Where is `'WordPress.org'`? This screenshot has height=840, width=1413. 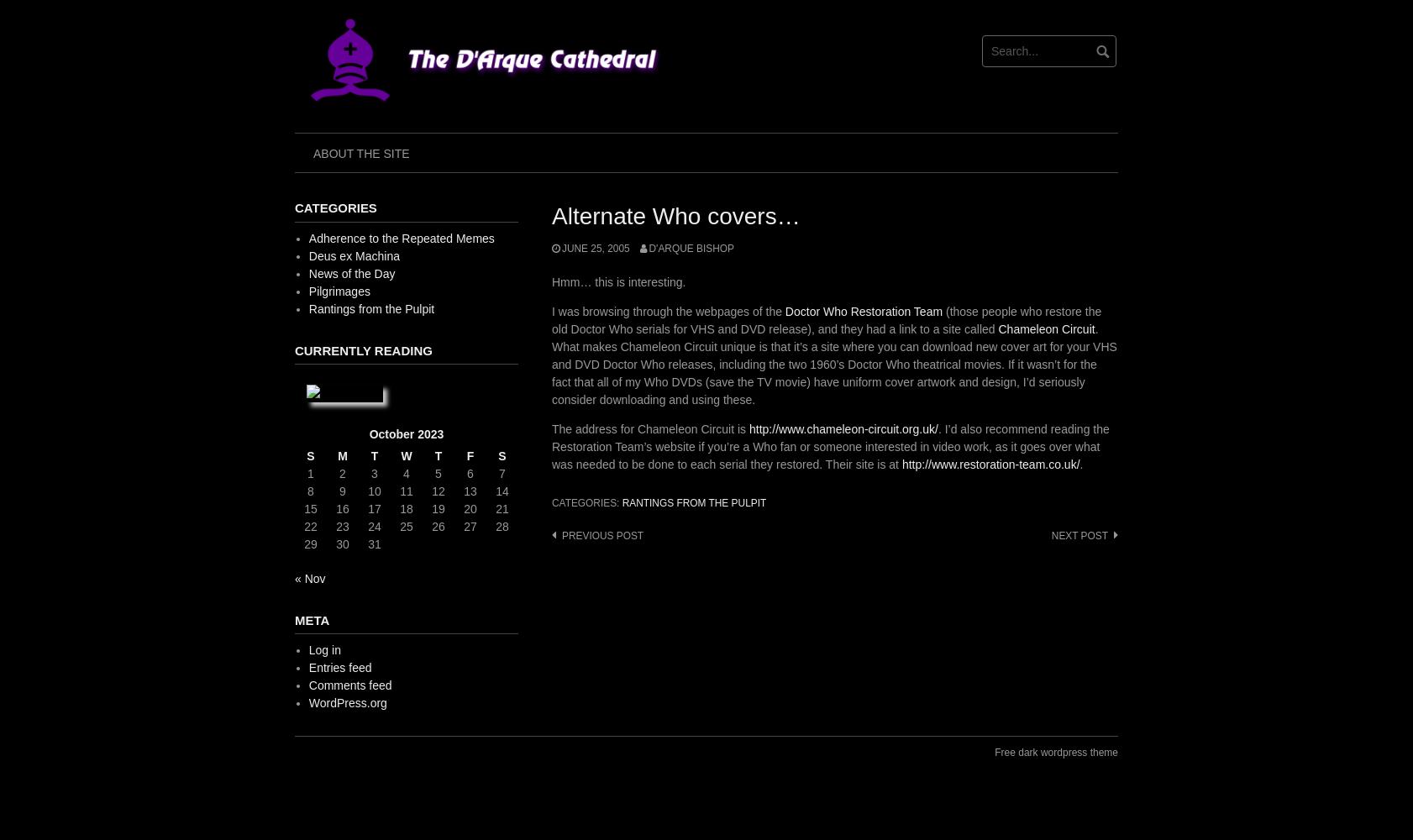
'WordPress.org' is located at coordinates (346, 702).